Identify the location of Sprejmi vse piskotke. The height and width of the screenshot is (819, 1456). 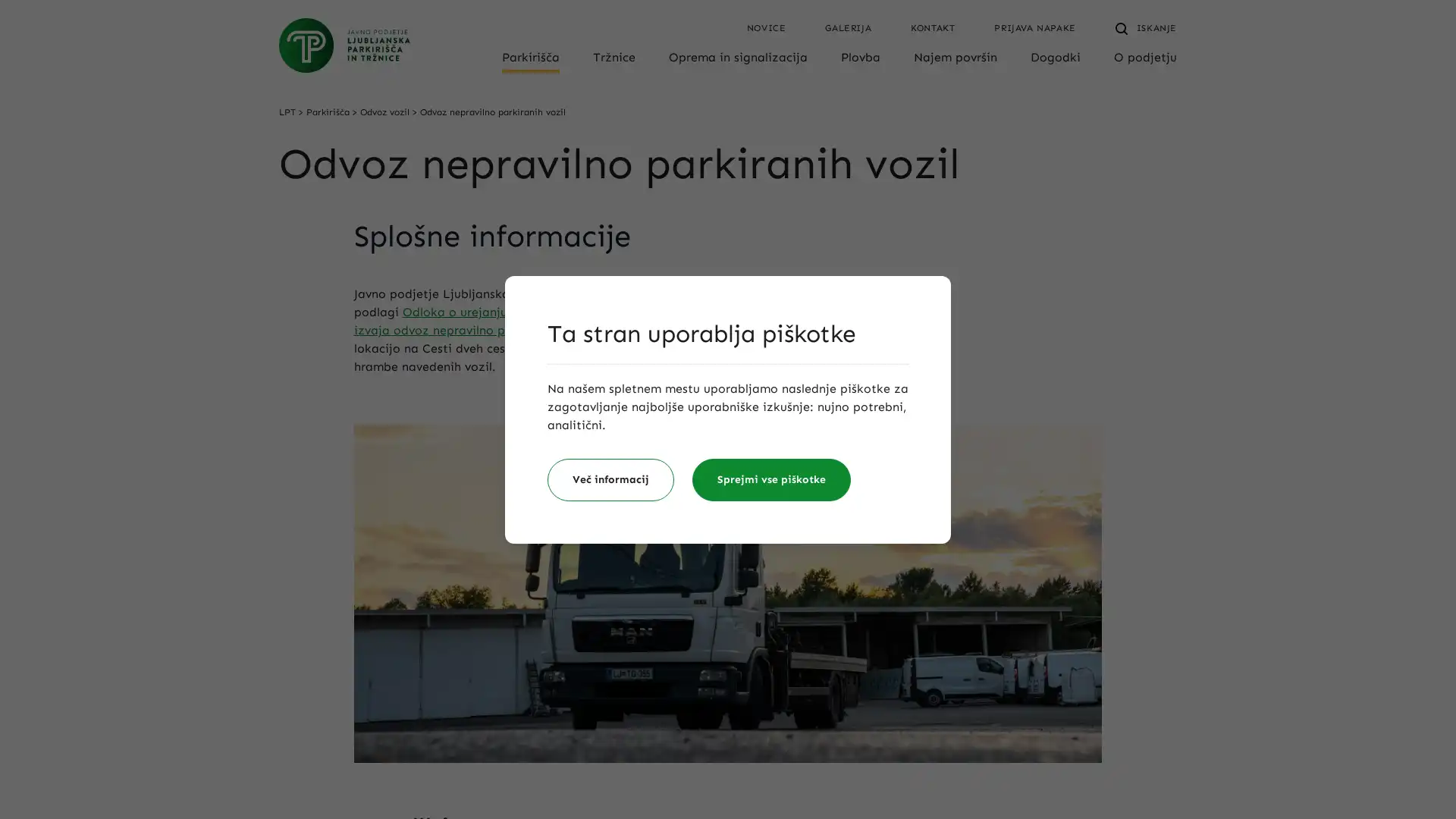
(771, 479).